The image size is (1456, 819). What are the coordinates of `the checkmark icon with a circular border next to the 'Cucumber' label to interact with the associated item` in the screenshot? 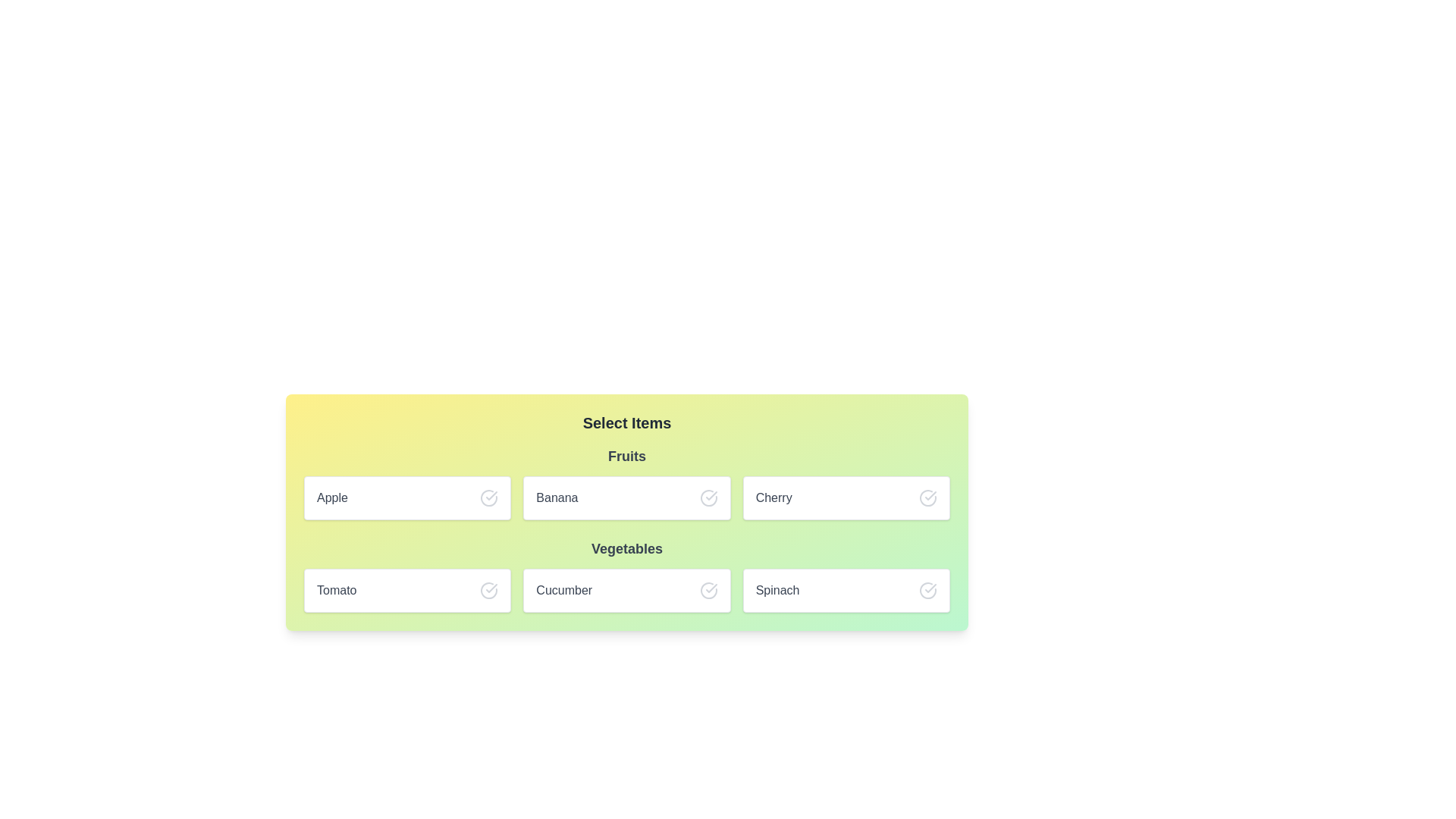 It's located at (711, 587).